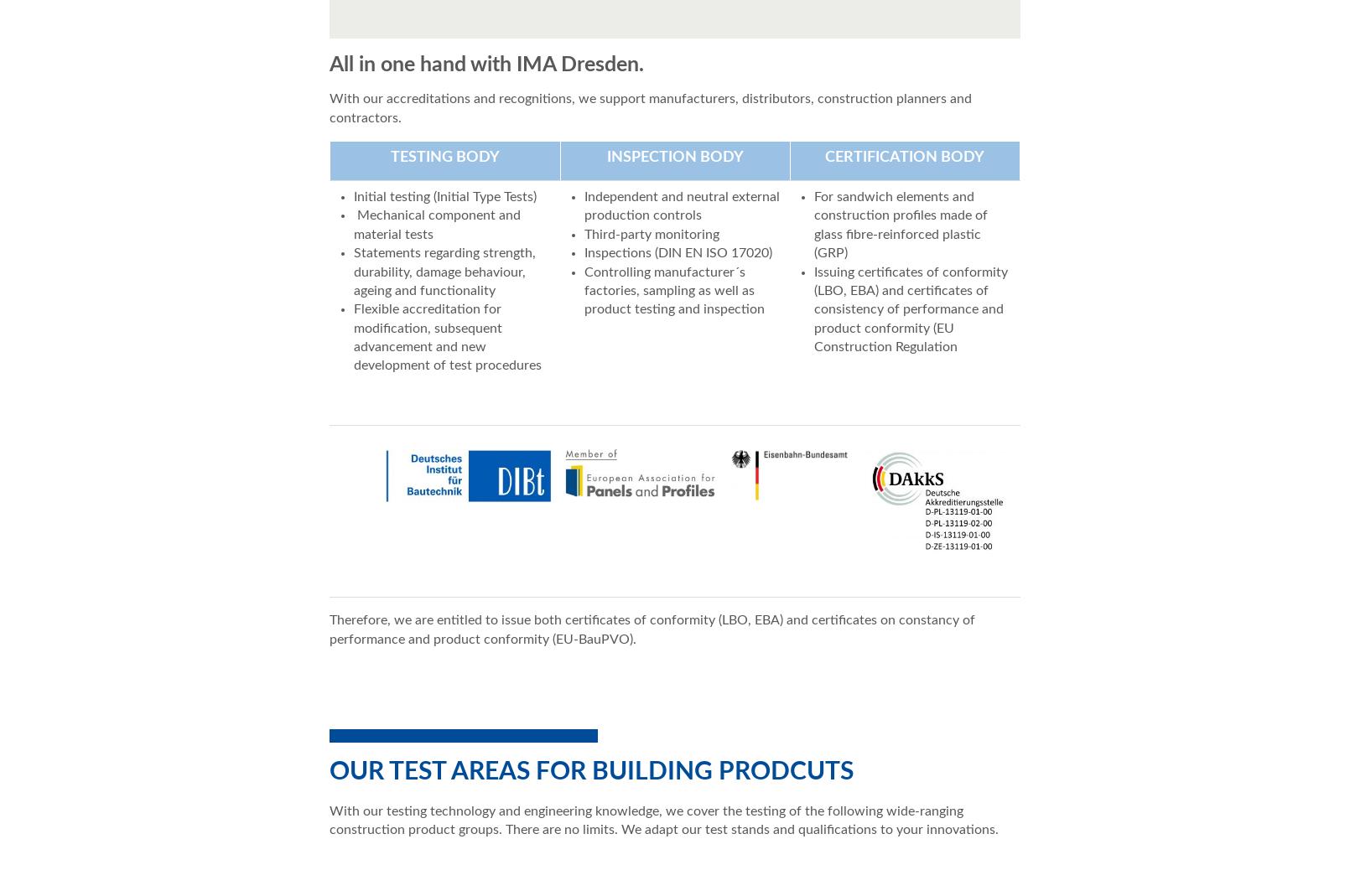  Describe the element at coordinates (584, 251) in the screenshot. I see `'Inspections (DIN EN ISO 17020)'` at that location.